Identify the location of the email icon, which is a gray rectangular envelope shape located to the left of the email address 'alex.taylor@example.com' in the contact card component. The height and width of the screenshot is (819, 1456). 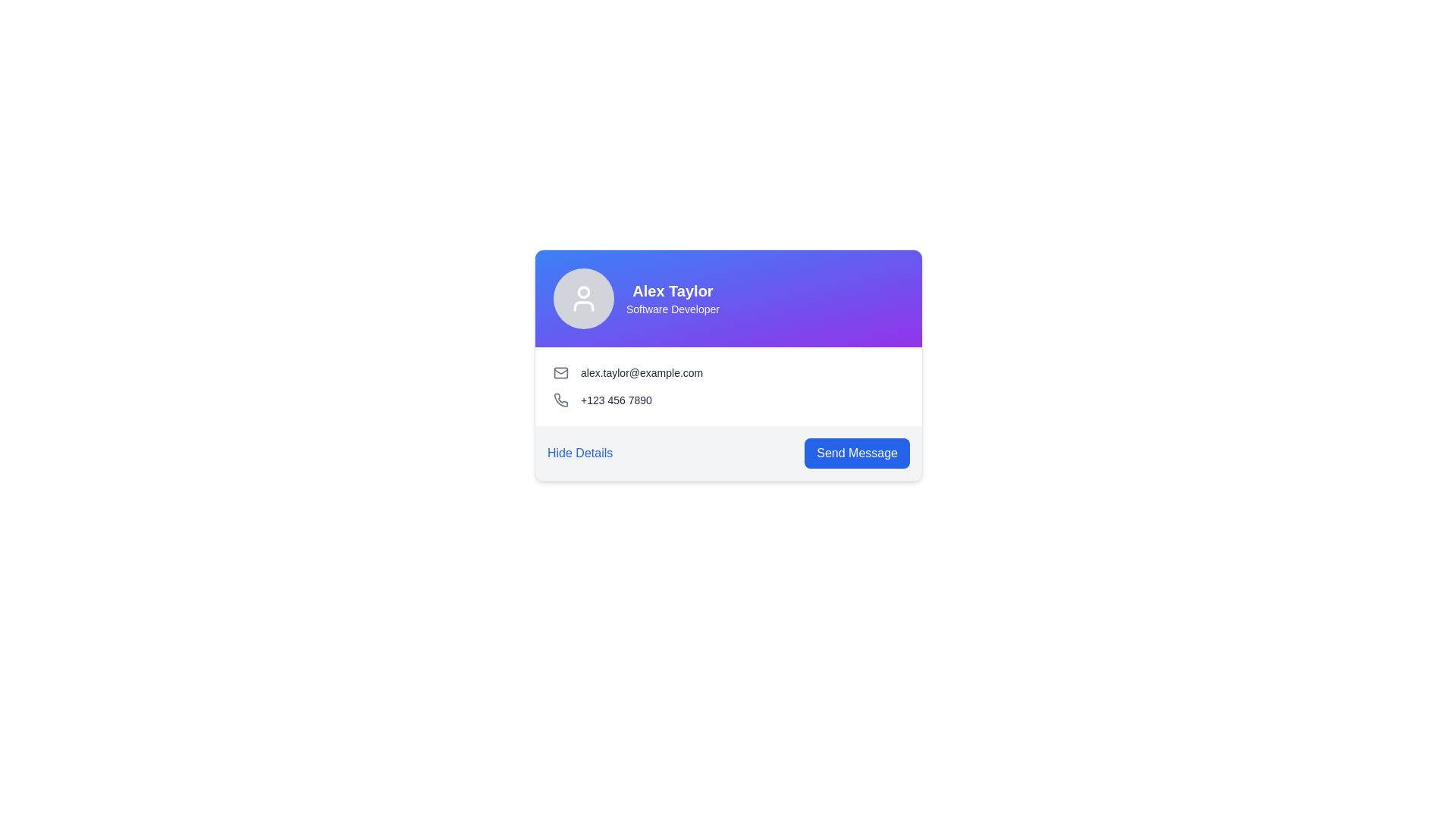
(560, 373).